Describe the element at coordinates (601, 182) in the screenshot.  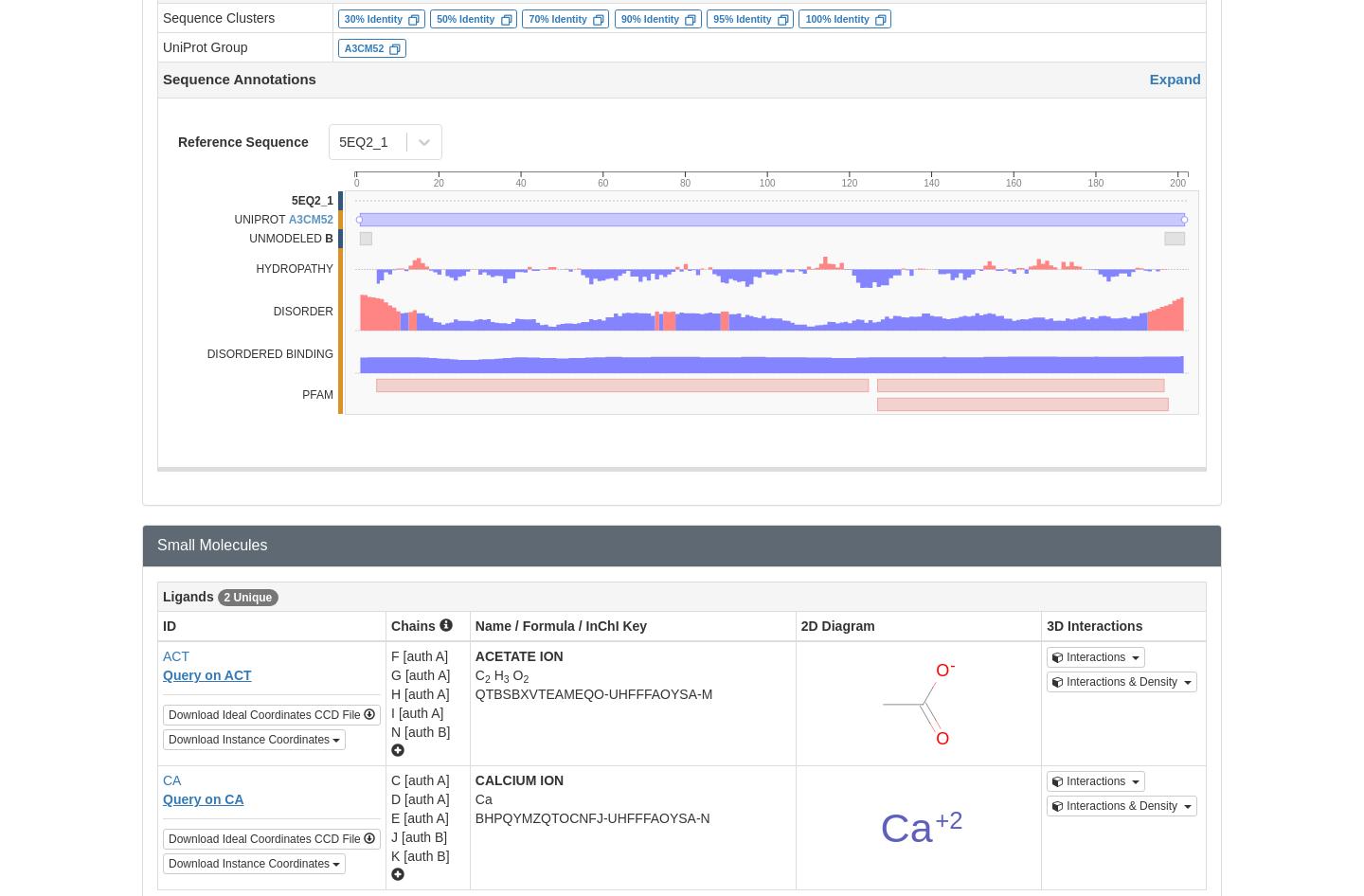
I see `'60'` at that location.